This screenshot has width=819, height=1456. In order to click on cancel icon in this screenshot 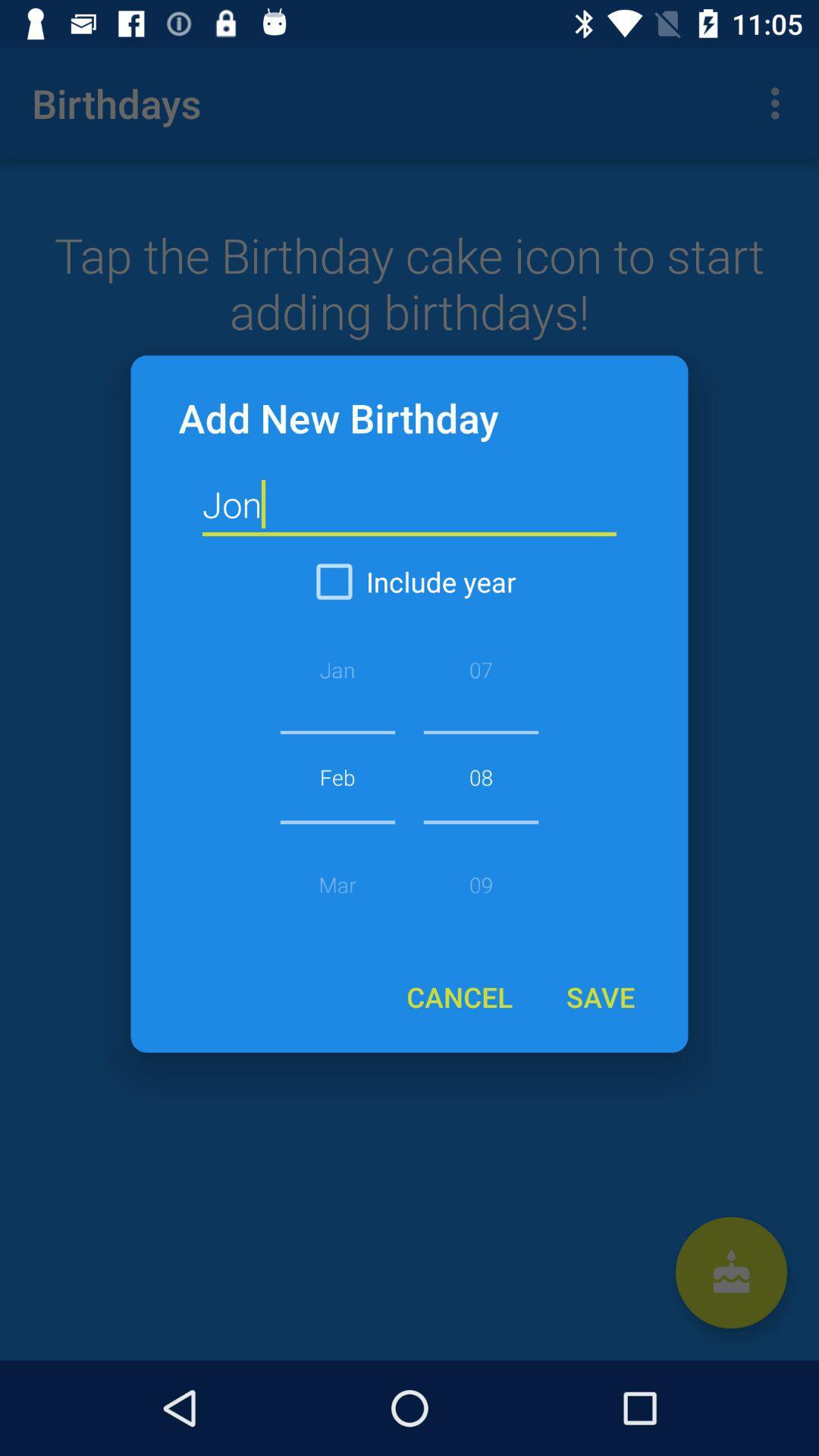, I will do `click(459, 996)`.